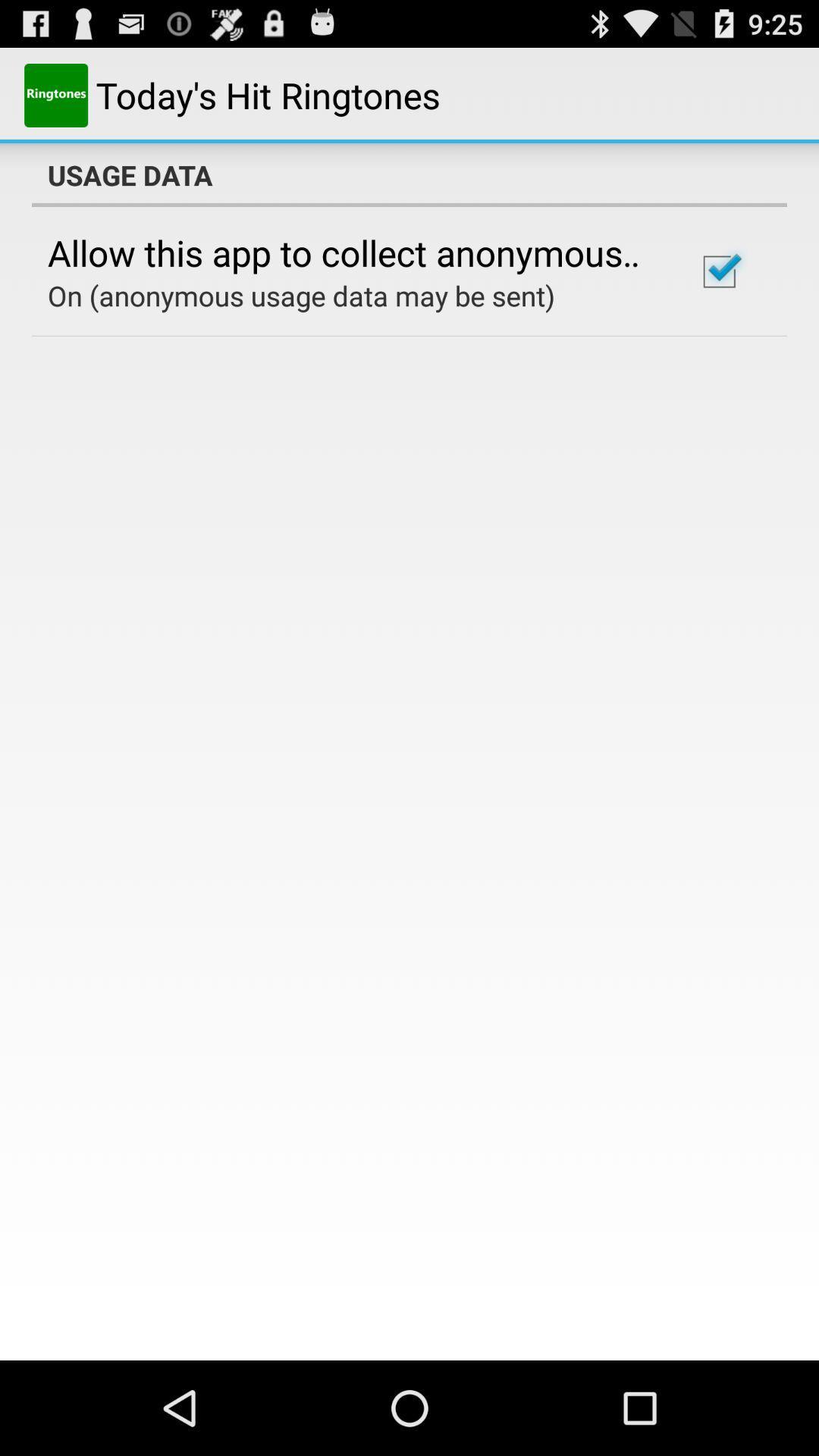  What do you see at coordinates (718, 271) in the screenshot?
I see `the icon at the top right corner` at bounding box center [718, 271].